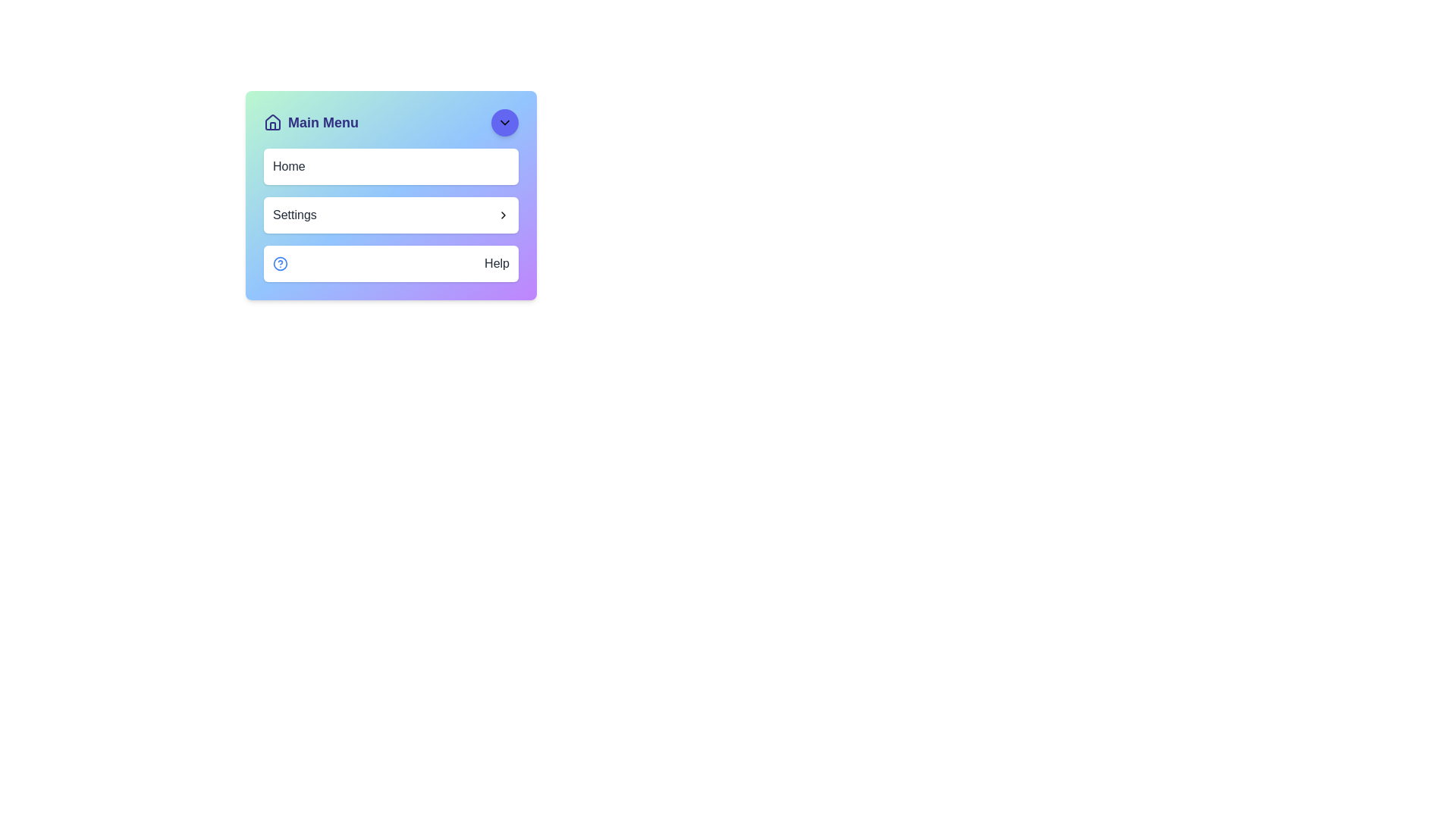 The image size is (1456, 819). I want to click on the circular button with a downward chevron icon located at the top right corner of the 'Main Menu' panel, so click(505, 122).